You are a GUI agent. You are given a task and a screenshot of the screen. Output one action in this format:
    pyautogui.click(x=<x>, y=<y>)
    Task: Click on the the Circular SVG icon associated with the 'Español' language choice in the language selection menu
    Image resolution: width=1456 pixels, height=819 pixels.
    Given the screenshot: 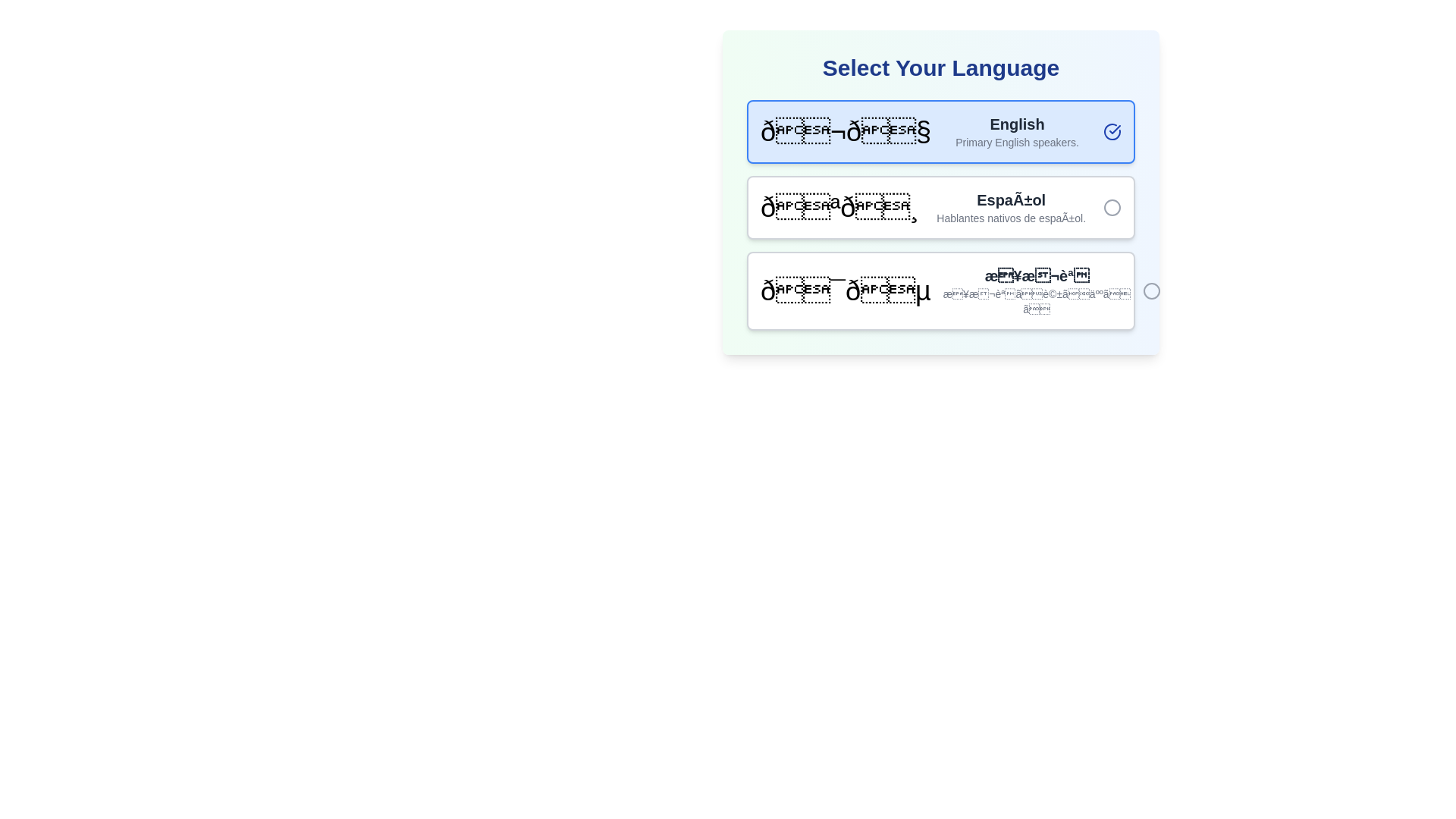 What is the action you would take?
    pyautogui.click(x=1112, y=207)
    